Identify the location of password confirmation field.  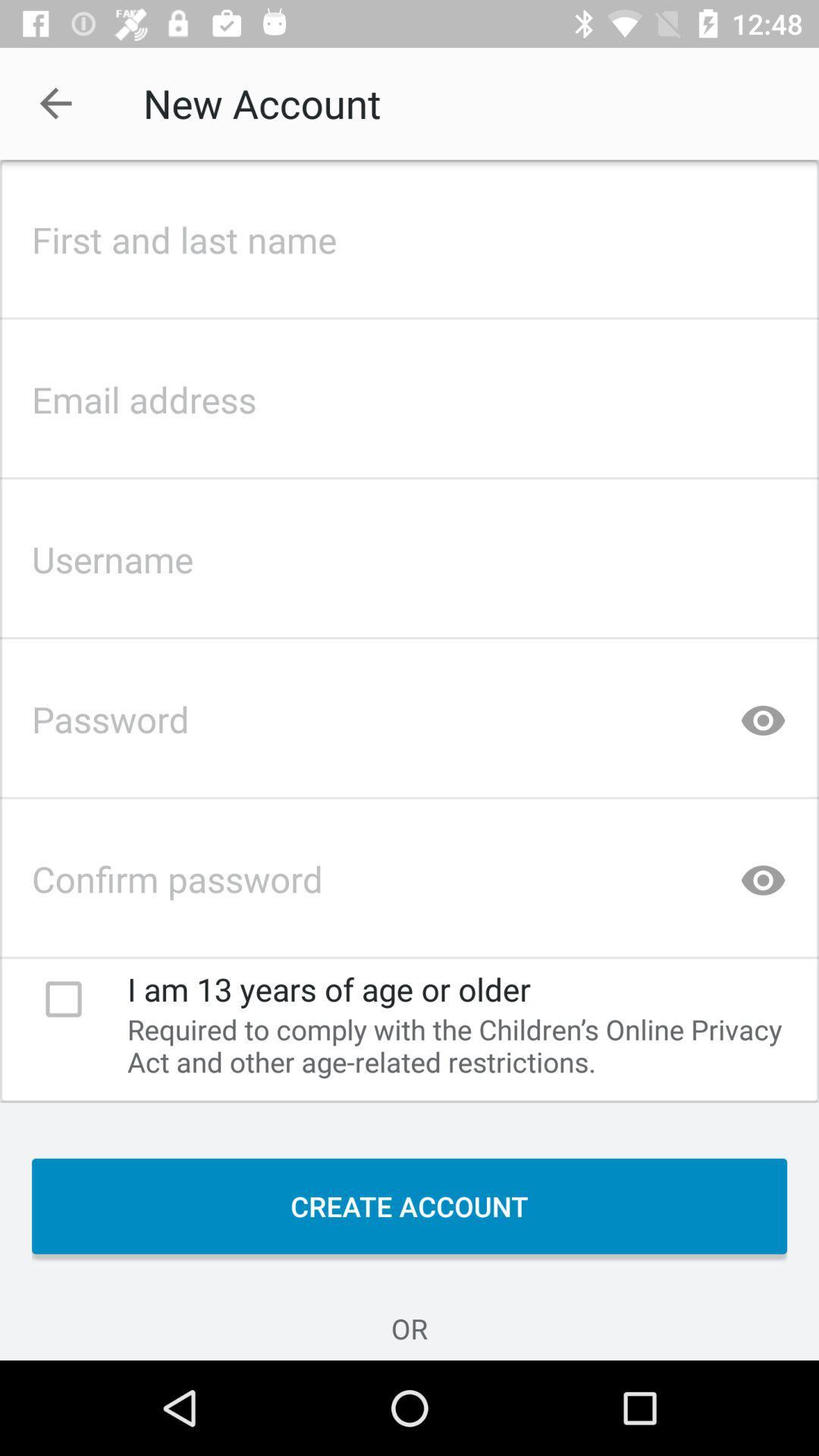
(409, 874).